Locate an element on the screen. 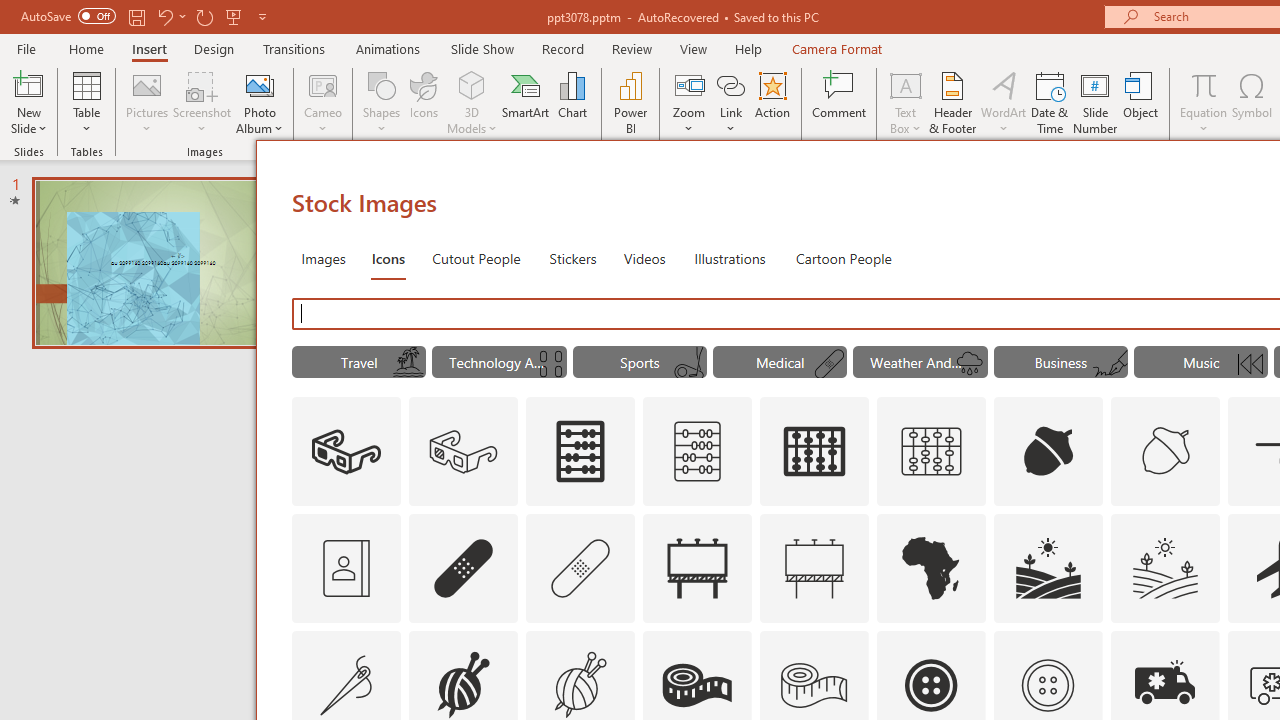 This screenshot has height=720, width=1280. 'Object...' is located at coordinates (1141, 103).